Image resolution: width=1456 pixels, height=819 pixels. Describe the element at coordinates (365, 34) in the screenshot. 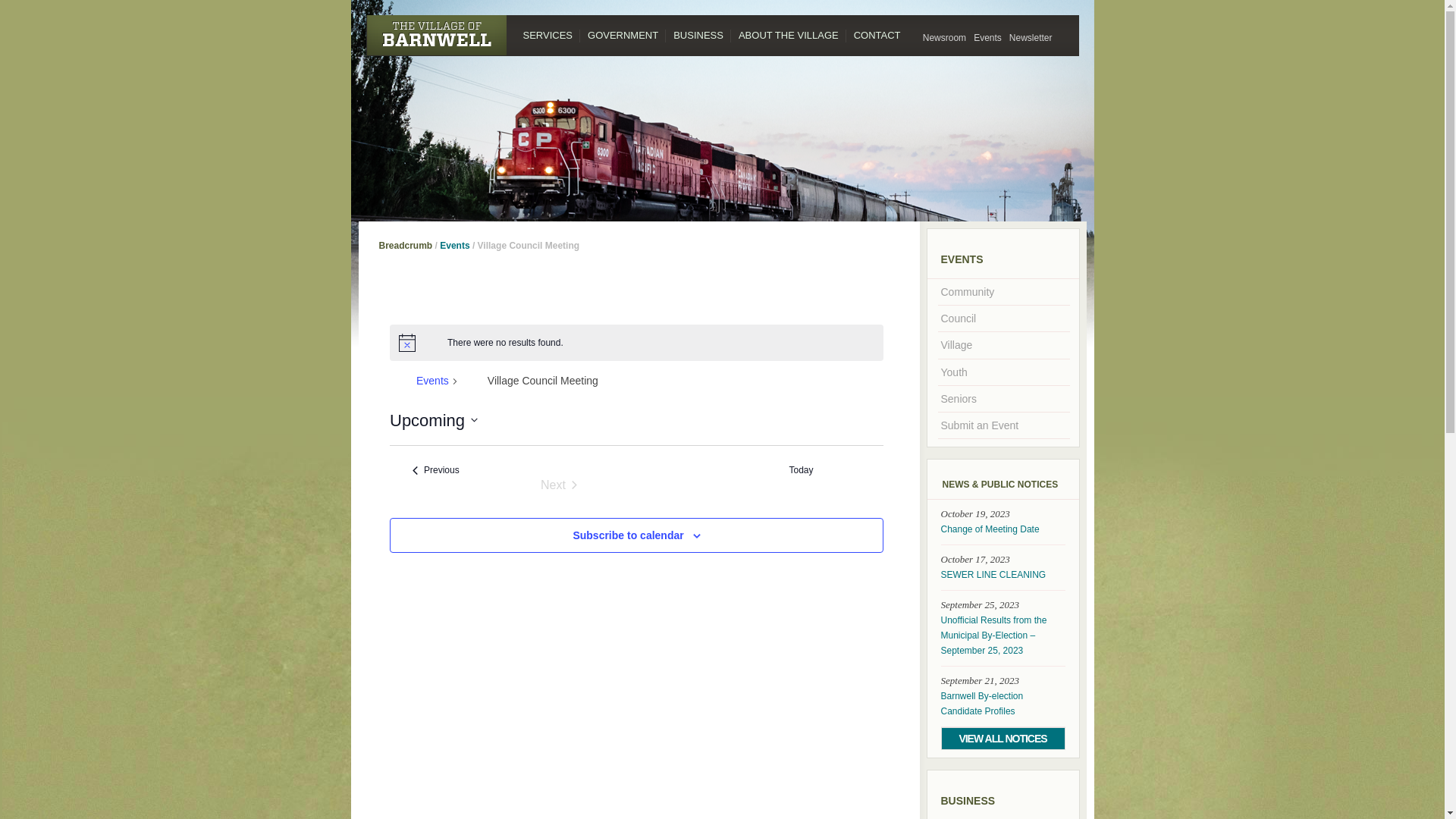

I see `'Village of Barnwell'` at that location.